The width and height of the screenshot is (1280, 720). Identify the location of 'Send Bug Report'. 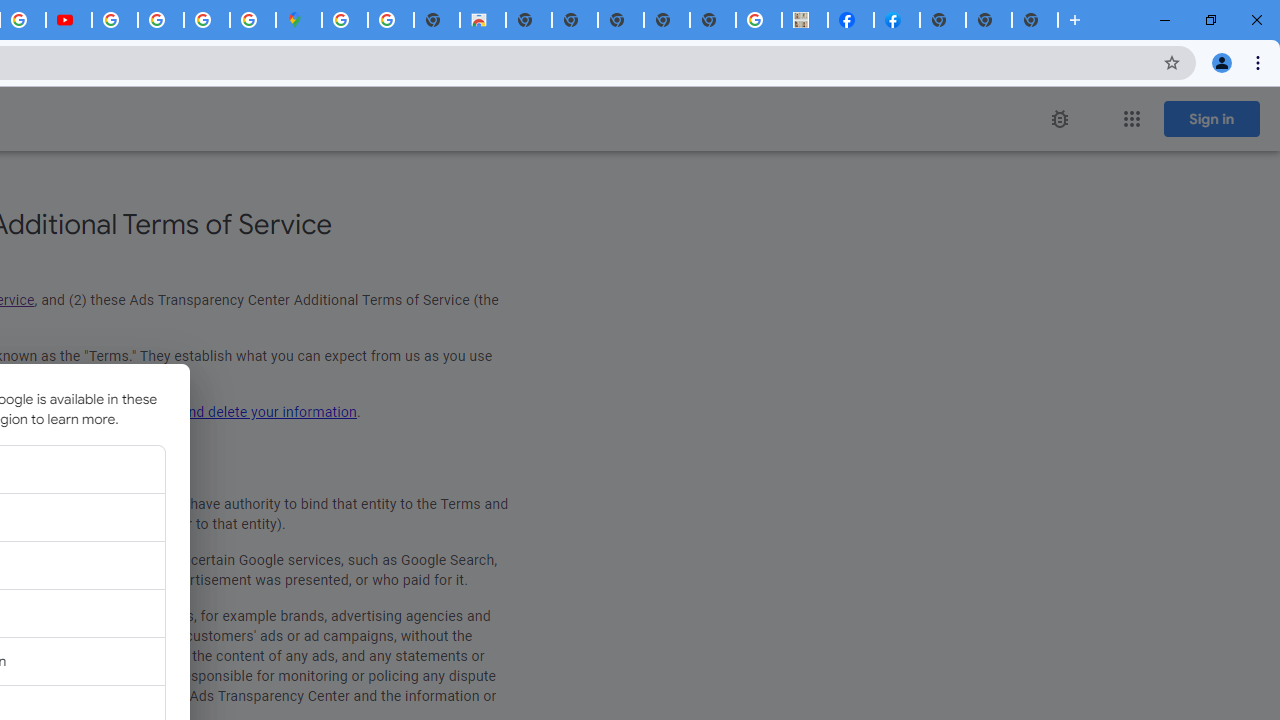
(1058, 119).